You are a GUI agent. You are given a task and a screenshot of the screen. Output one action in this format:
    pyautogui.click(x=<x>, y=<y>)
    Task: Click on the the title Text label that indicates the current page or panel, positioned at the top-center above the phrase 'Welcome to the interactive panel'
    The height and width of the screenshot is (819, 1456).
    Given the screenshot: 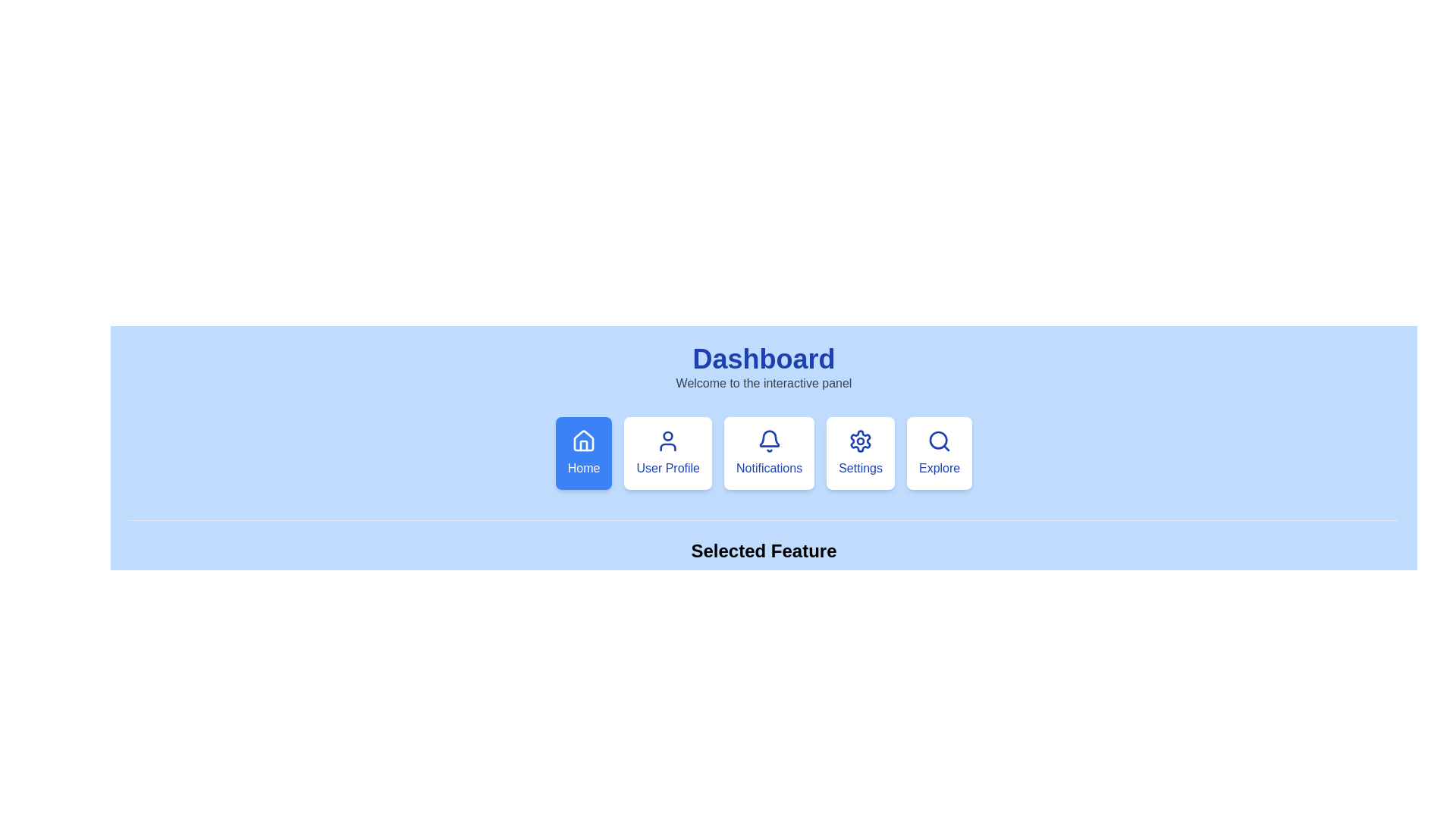 What is the action you would take?
    pyautogui.click(x=764, y=359)
    